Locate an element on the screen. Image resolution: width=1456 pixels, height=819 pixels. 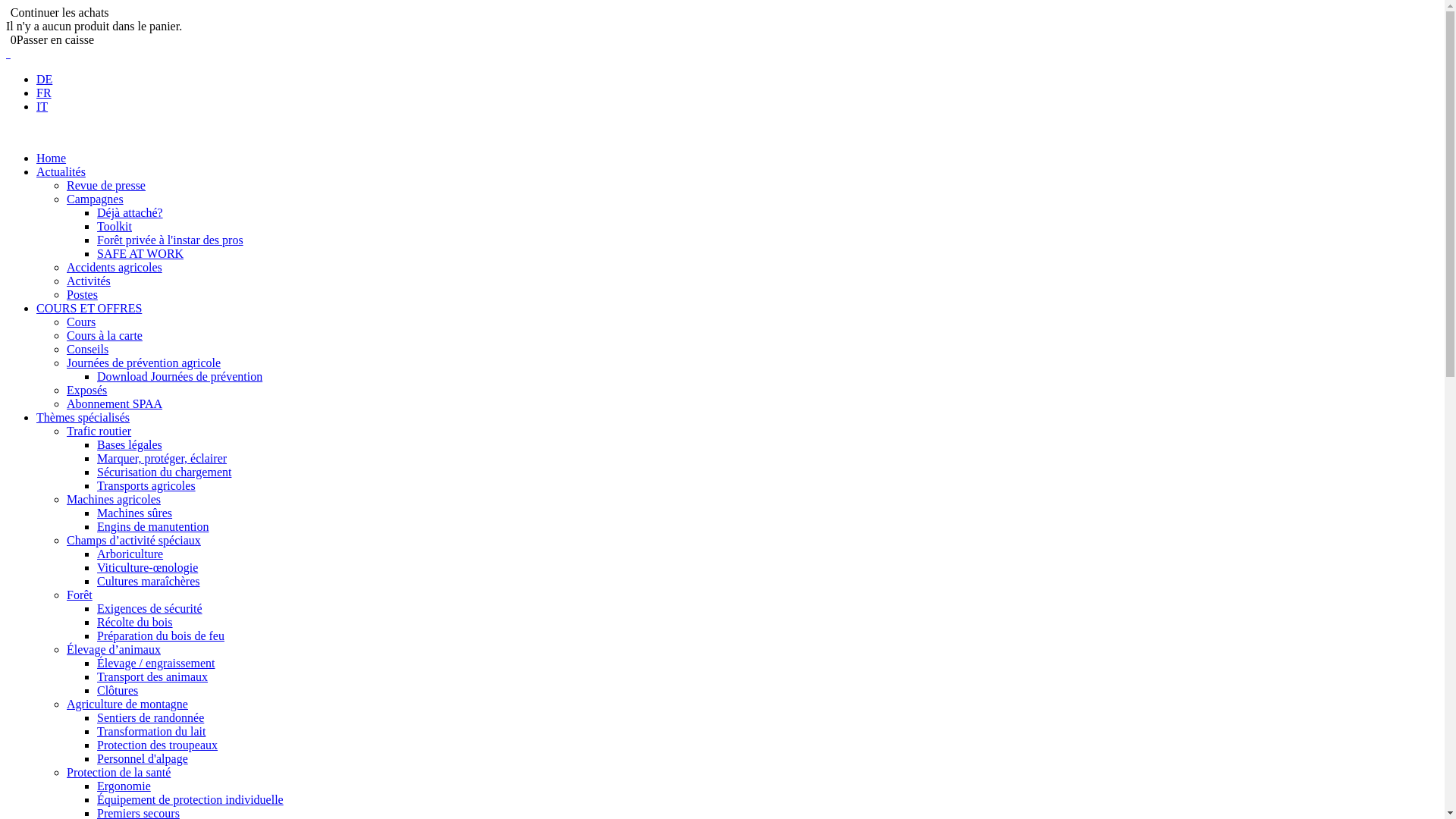
'Abonnement SPAA' is located at coordinates (113, 403).